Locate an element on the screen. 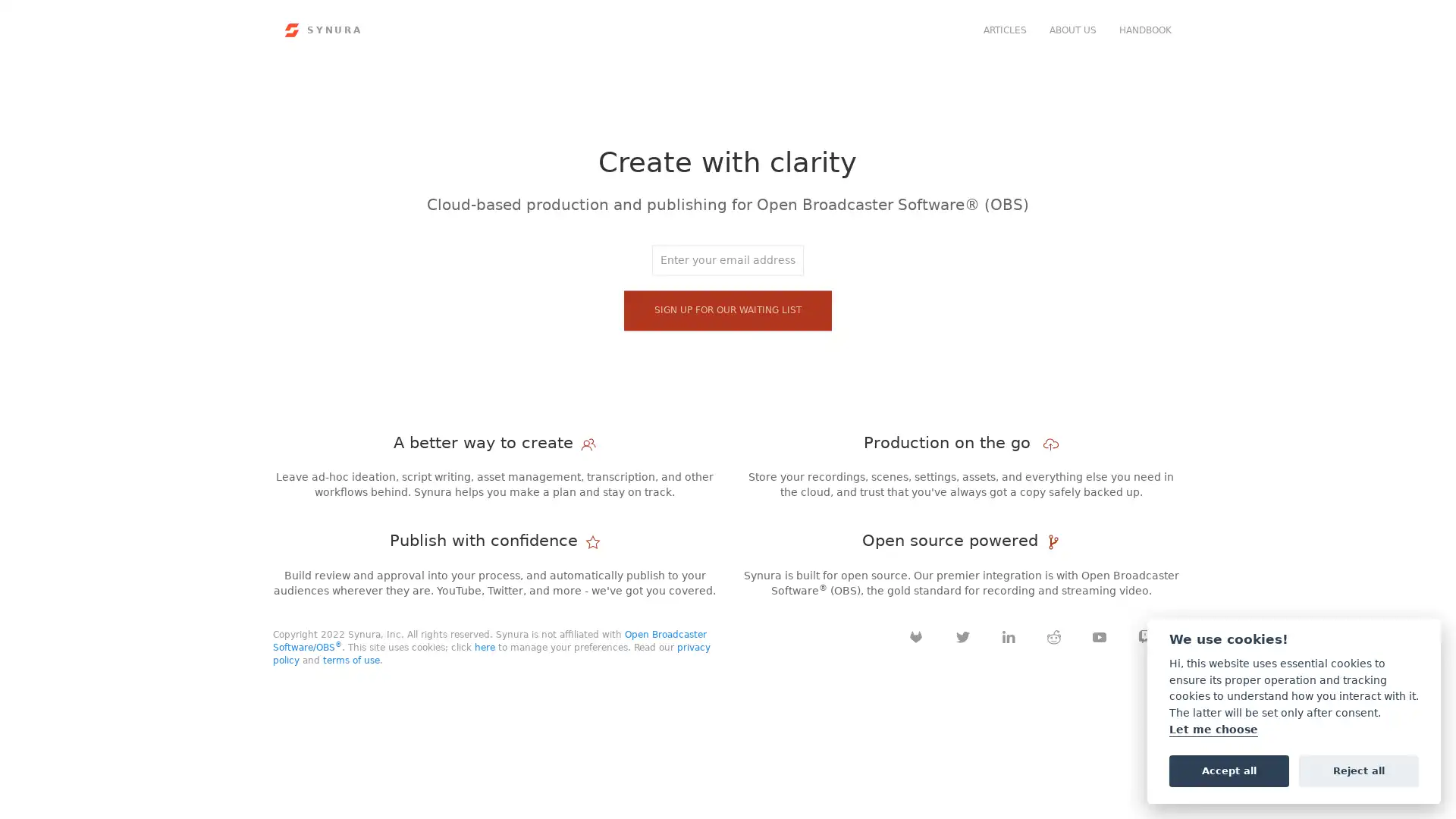 Image resolution: width=1456 pixels, height=819 pixels. Reject all is located at coordinates (1358, 770).